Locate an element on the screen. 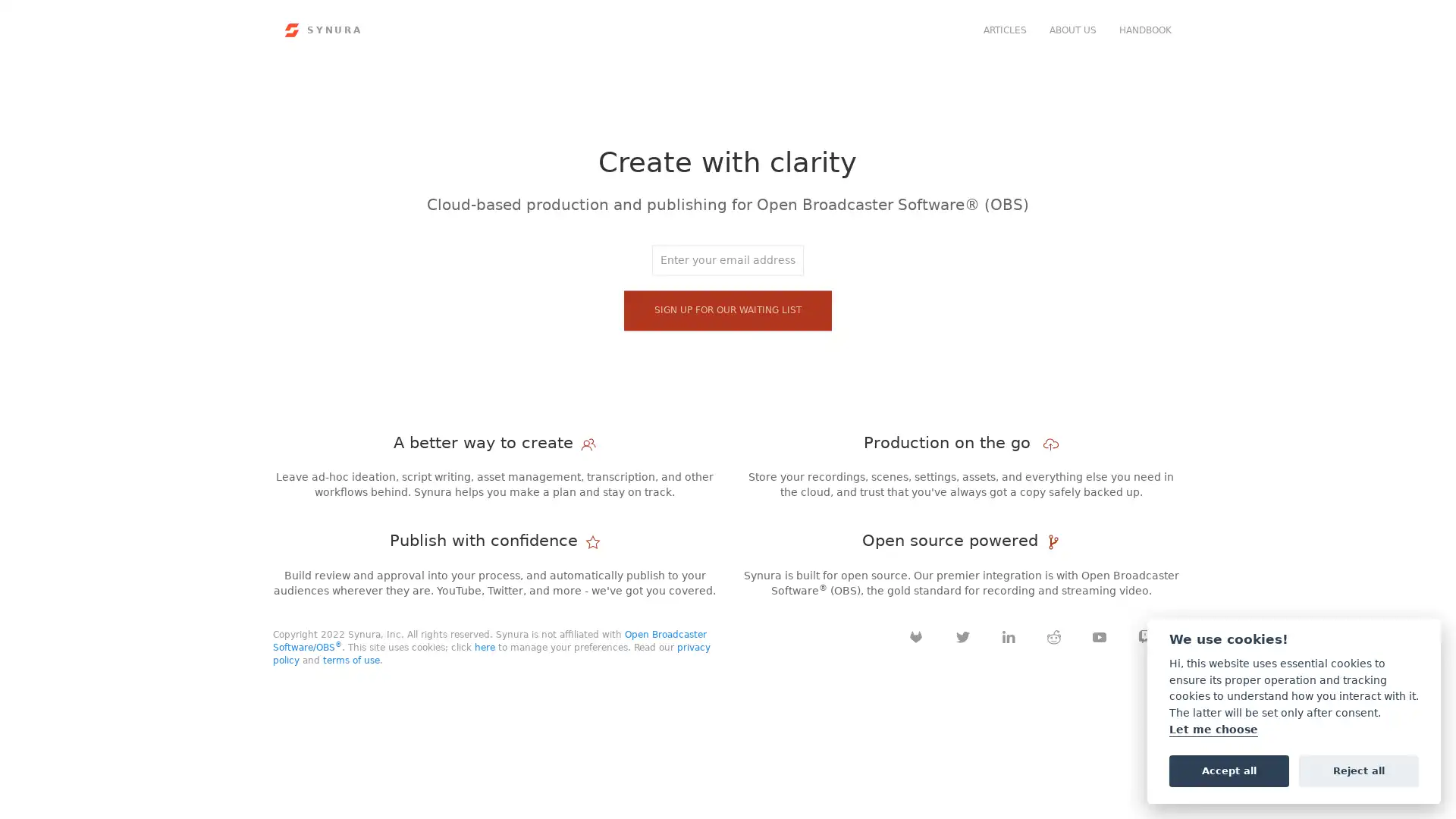 Image resolution: width=1456 pixels, height=819 pixels. Reject all is located at coordinates (1358, 770).